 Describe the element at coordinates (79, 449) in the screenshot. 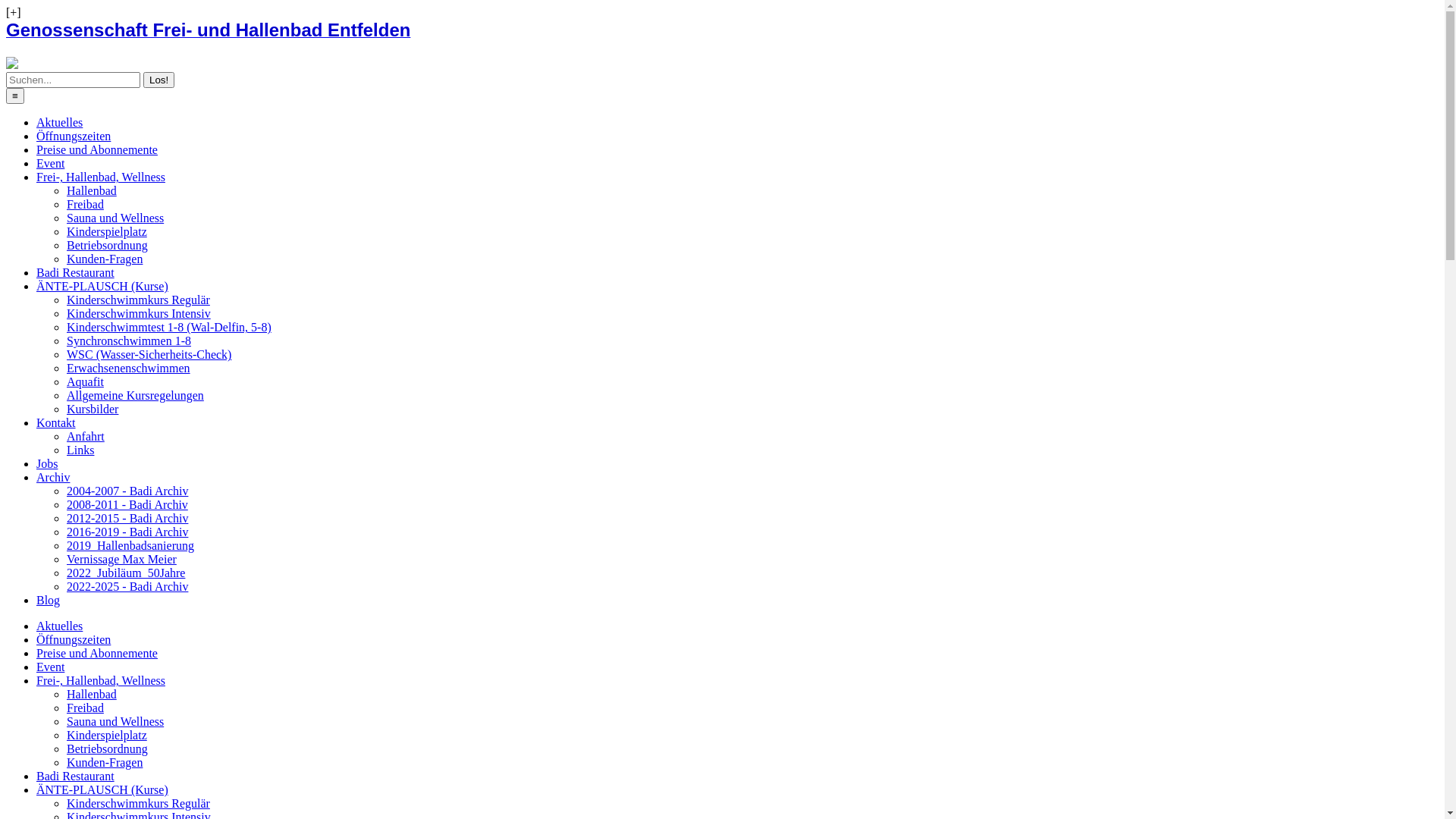

I see `'Links'` at that location.